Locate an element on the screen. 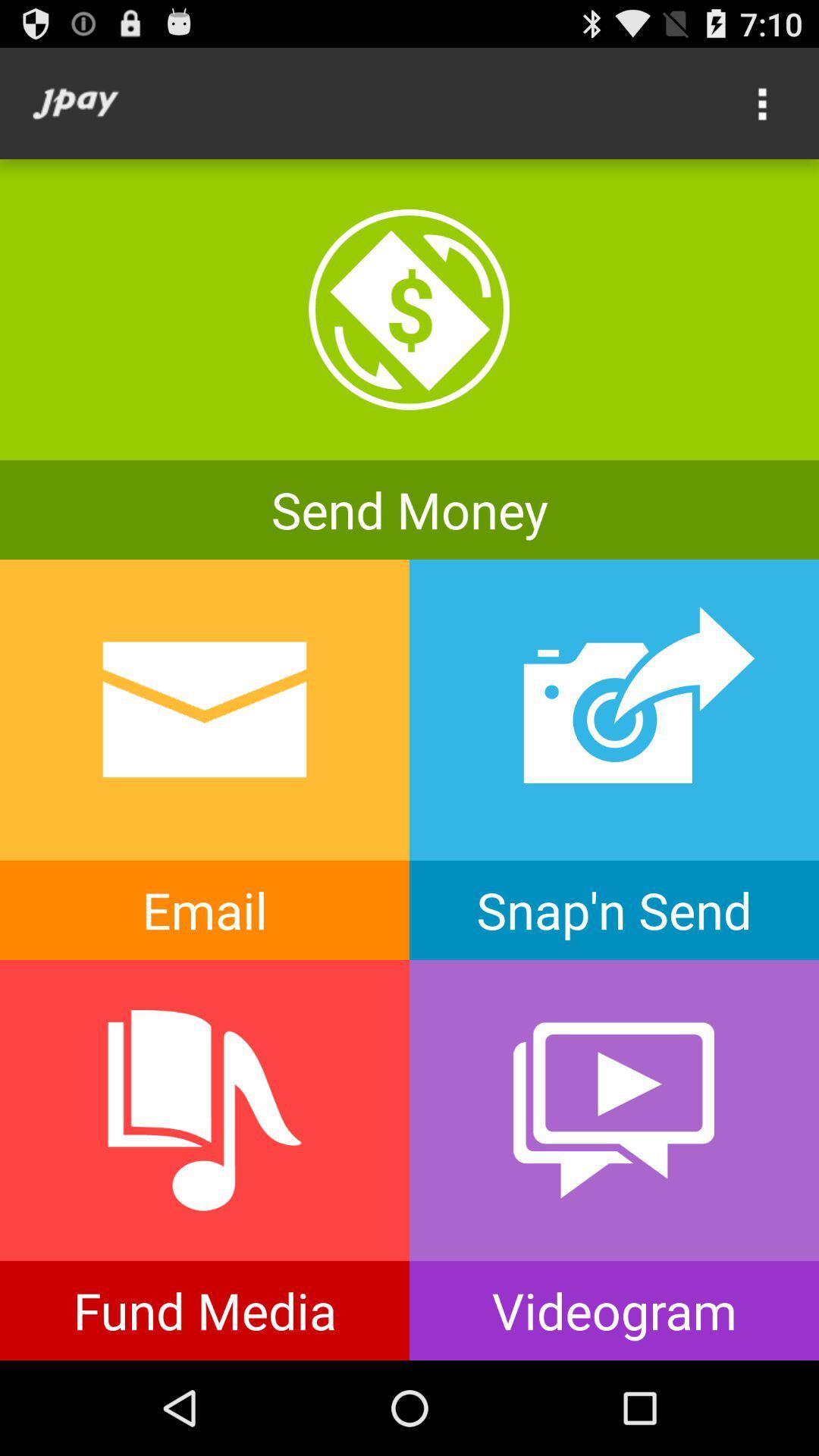 Image resolution: width=819 pixels, height=1456 pixels. click play button is located at coordinates (614, 1159).